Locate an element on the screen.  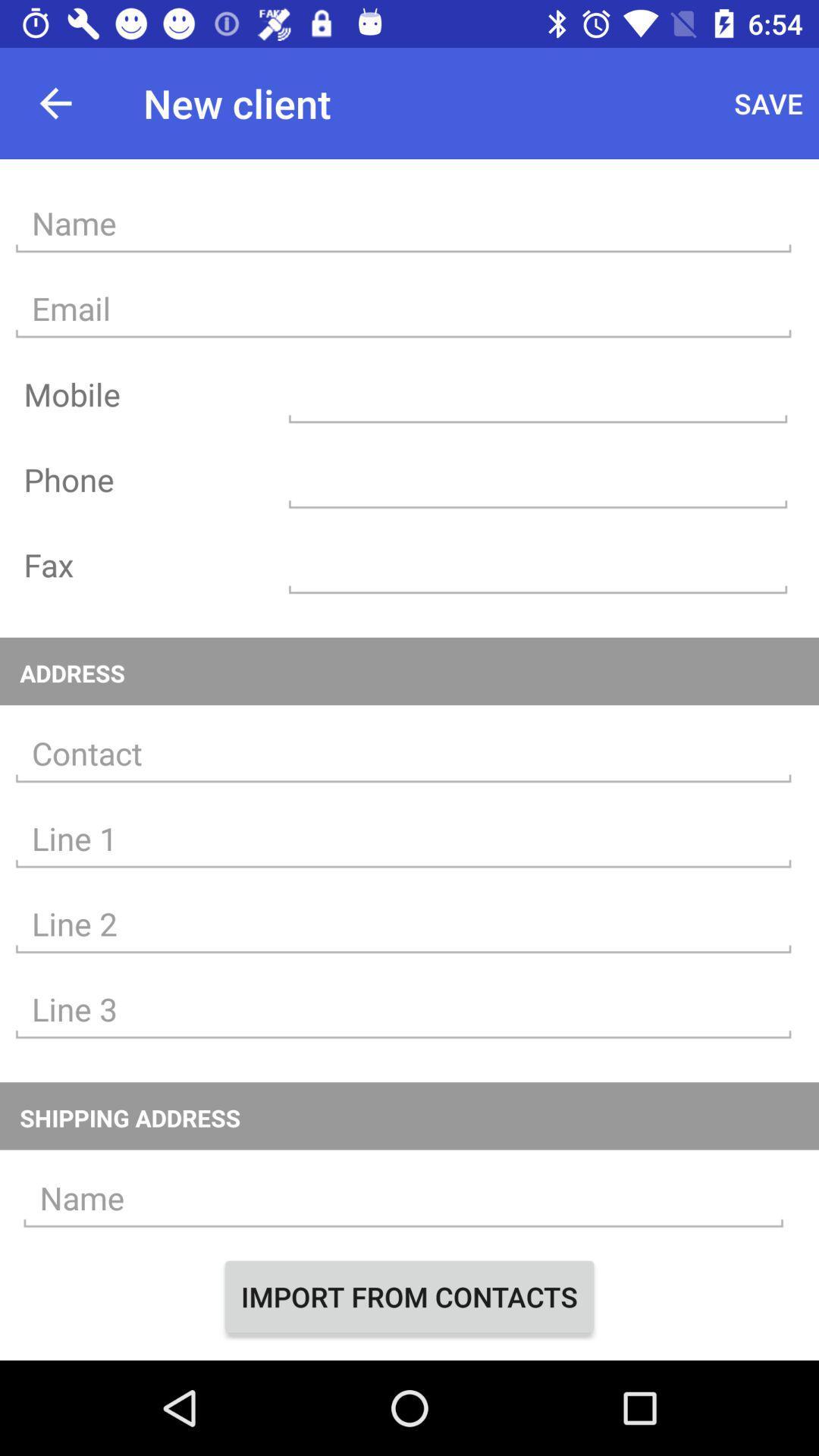
type contact information is located at coordinates (403, 838).